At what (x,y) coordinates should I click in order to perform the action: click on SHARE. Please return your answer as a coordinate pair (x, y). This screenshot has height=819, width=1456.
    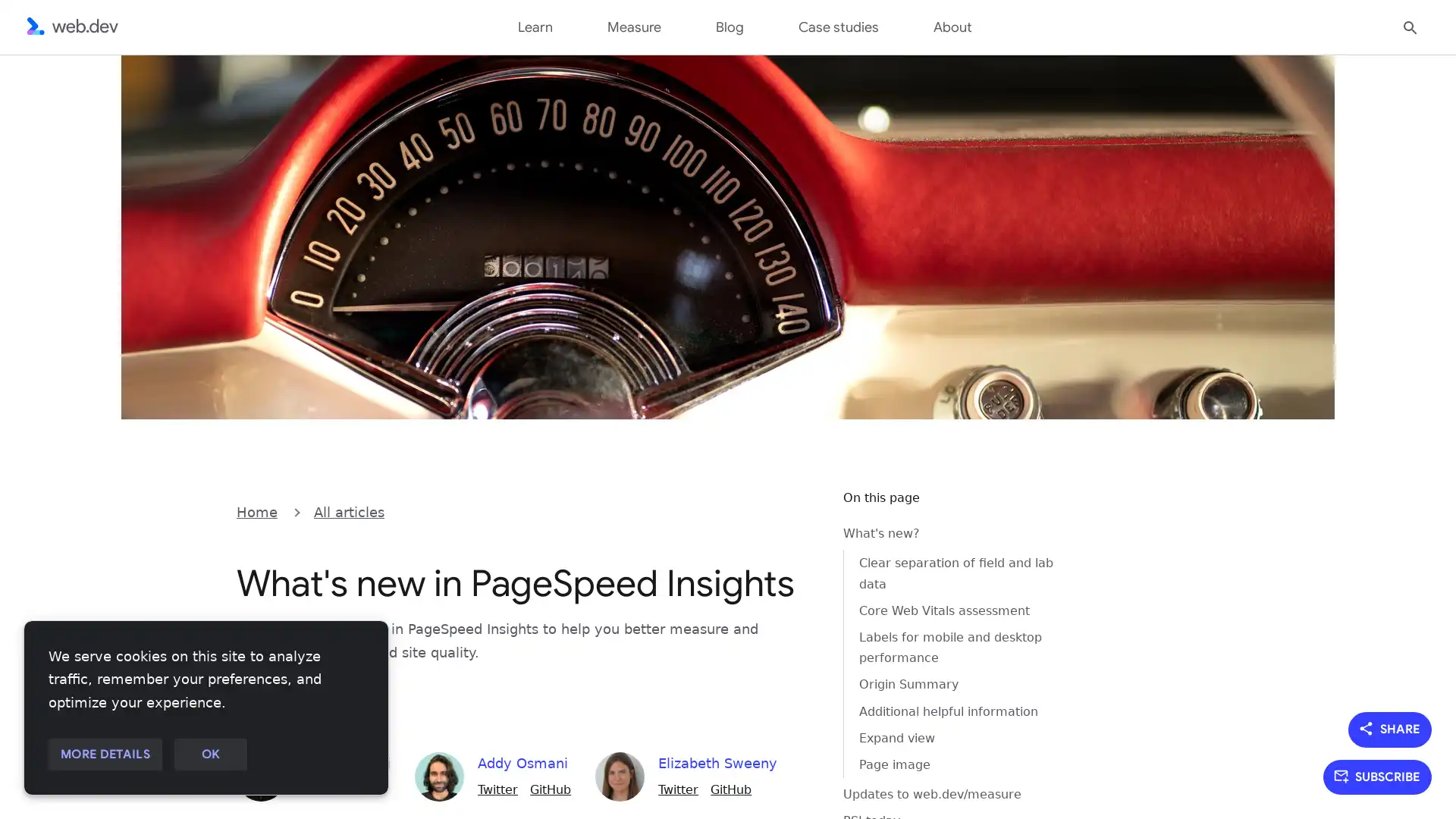
    Looking at the image, I should click on (1390, 728).